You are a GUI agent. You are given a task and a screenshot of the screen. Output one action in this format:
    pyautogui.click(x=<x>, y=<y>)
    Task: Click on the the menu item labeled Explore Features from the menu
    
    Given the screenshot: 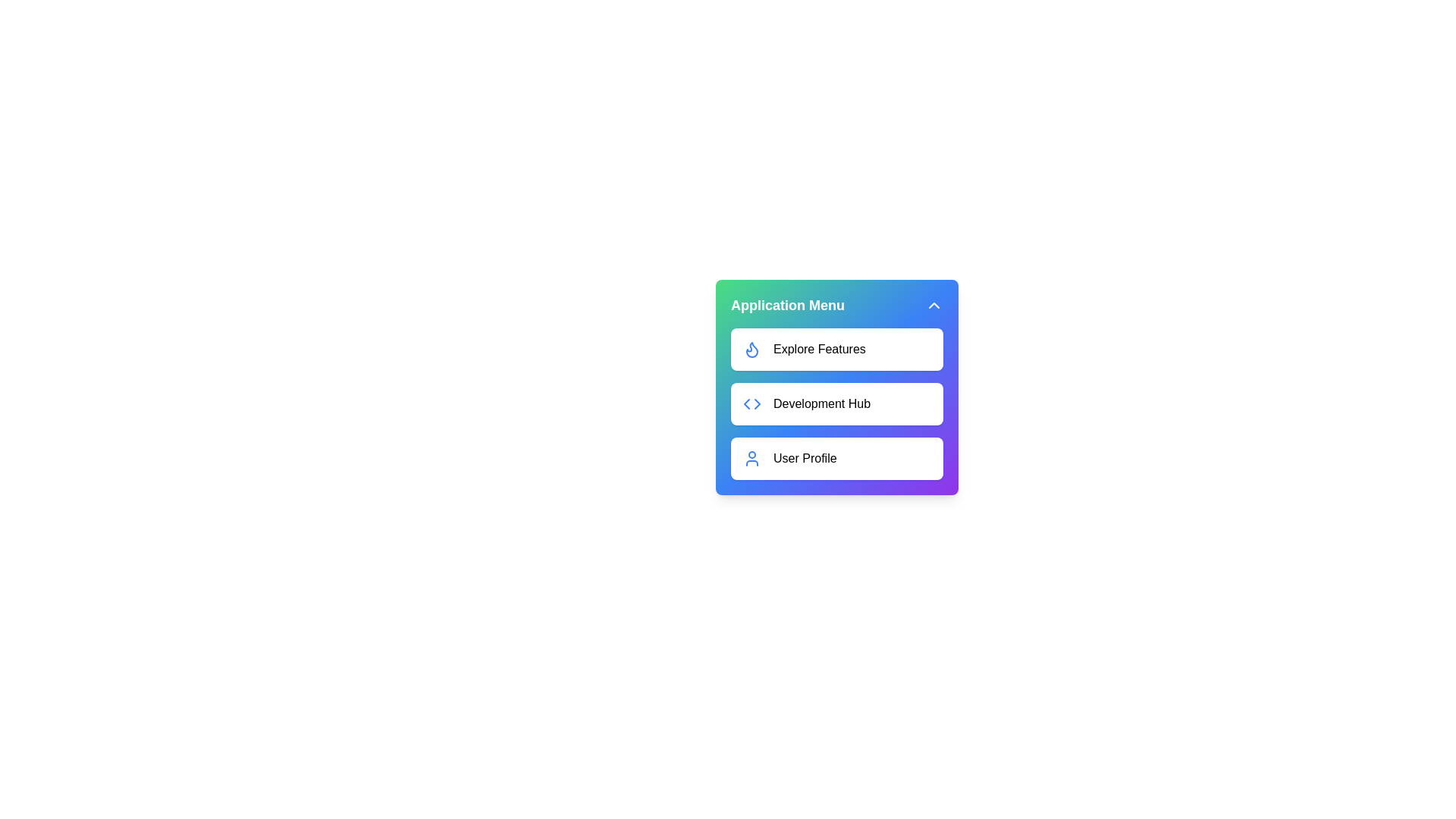 What is the action you would take?
    pyautogui.click(x=836, y=350)
    